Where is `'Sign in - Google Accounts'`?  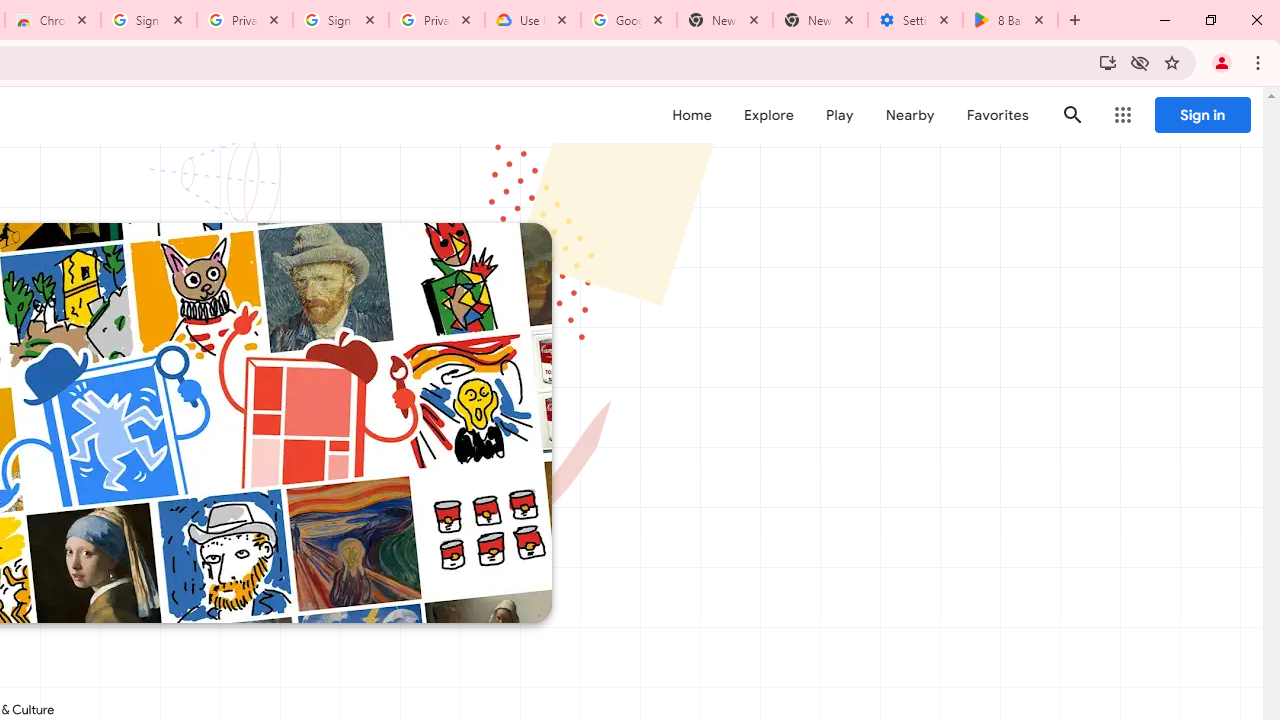 'Sign in - Google Accounts' is located at coordinates (148, 20).